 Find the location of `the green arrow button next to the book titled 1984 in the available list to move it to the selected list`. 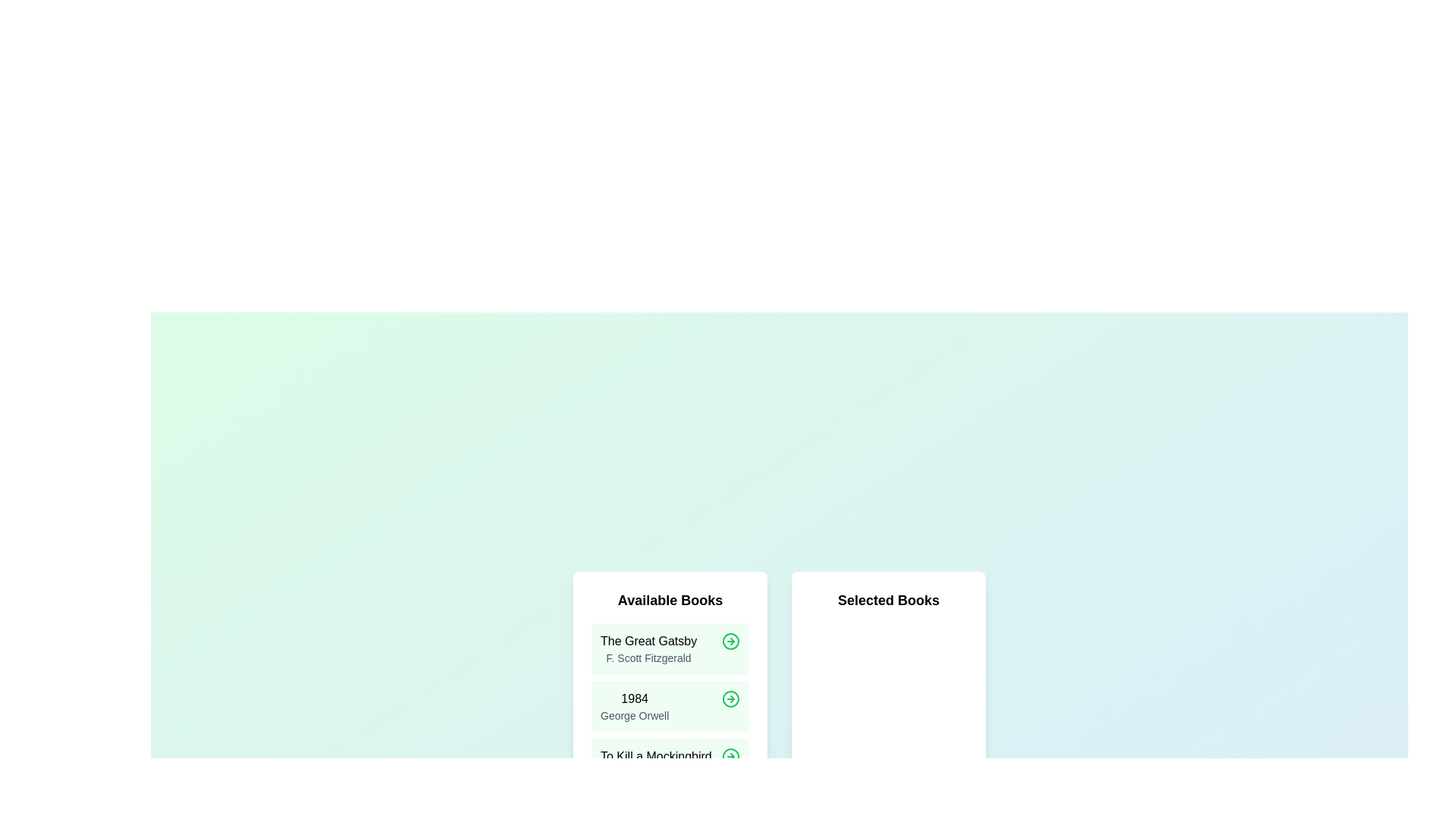

the green arrow button next to the book titled 1984 in the available list to move it to the selected list is located at coordinates (731, 698).